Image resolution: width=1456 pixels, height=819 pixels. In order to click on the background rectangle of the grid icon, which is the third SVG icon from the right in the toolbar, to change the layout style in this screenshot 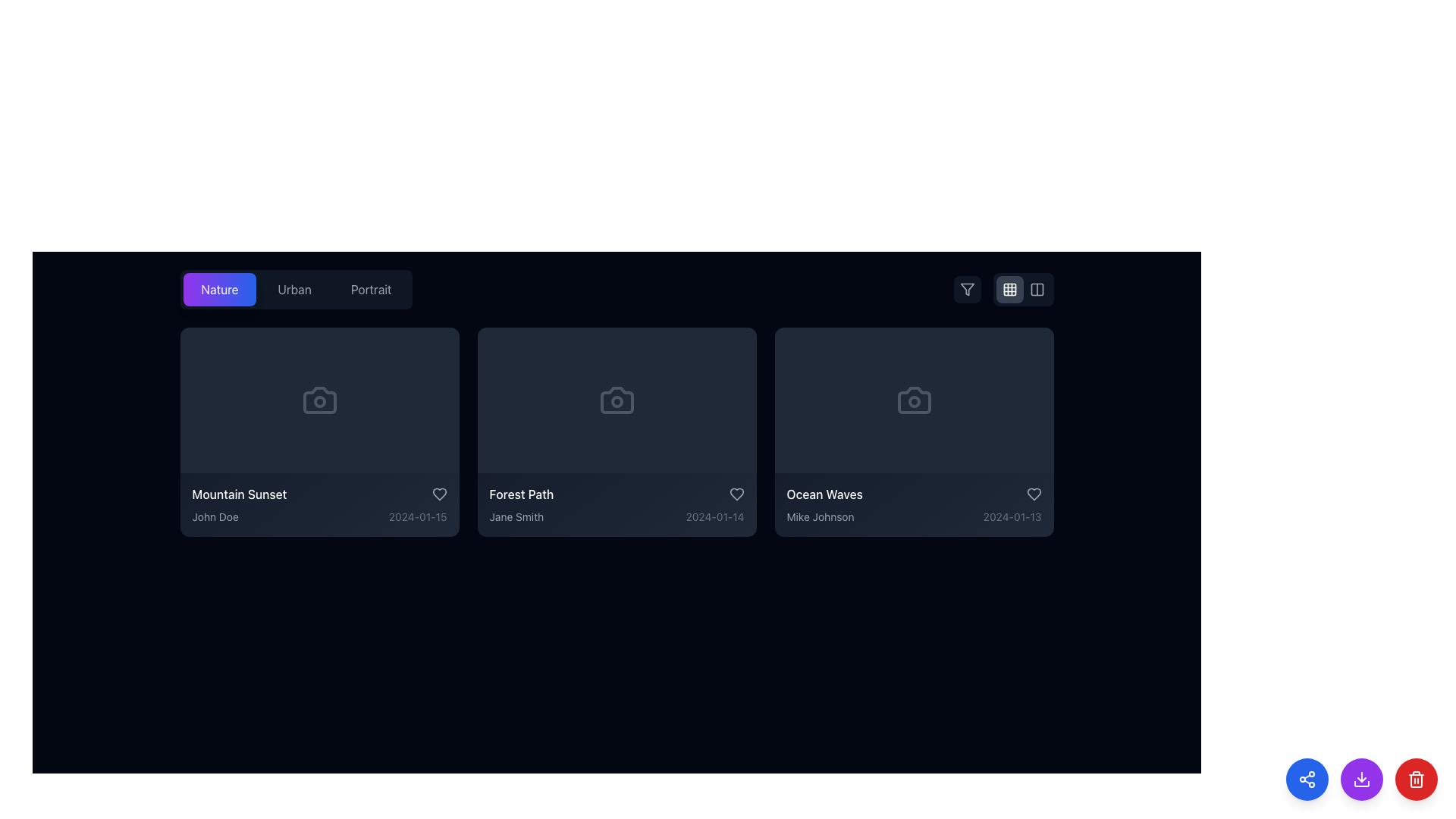, I will do `click(1009, 289)`.